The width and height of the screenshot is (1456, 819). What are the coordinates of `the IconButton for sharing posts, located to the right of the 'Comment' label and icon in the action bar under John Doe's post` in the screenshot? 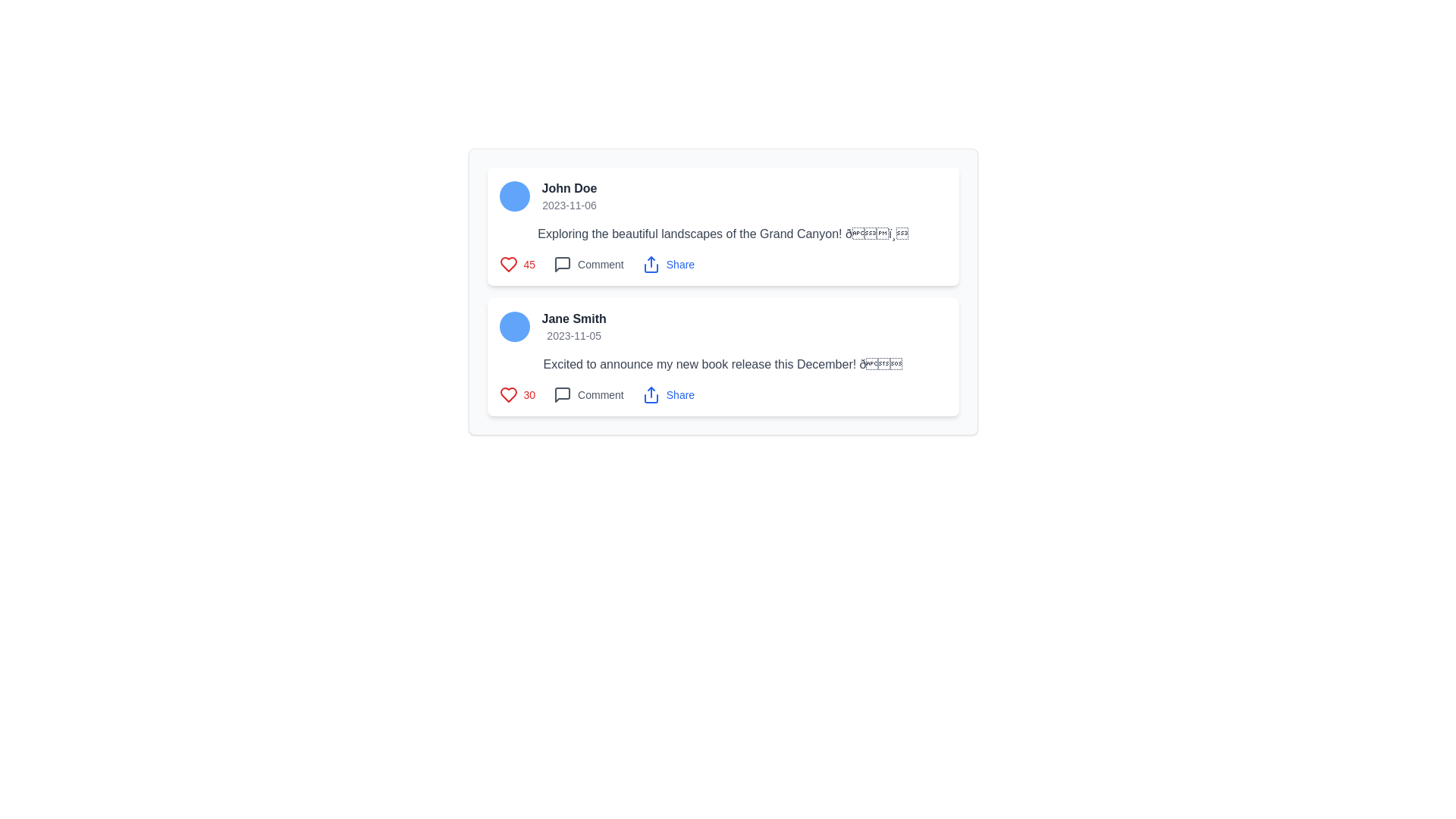 It's located at (651, 263).